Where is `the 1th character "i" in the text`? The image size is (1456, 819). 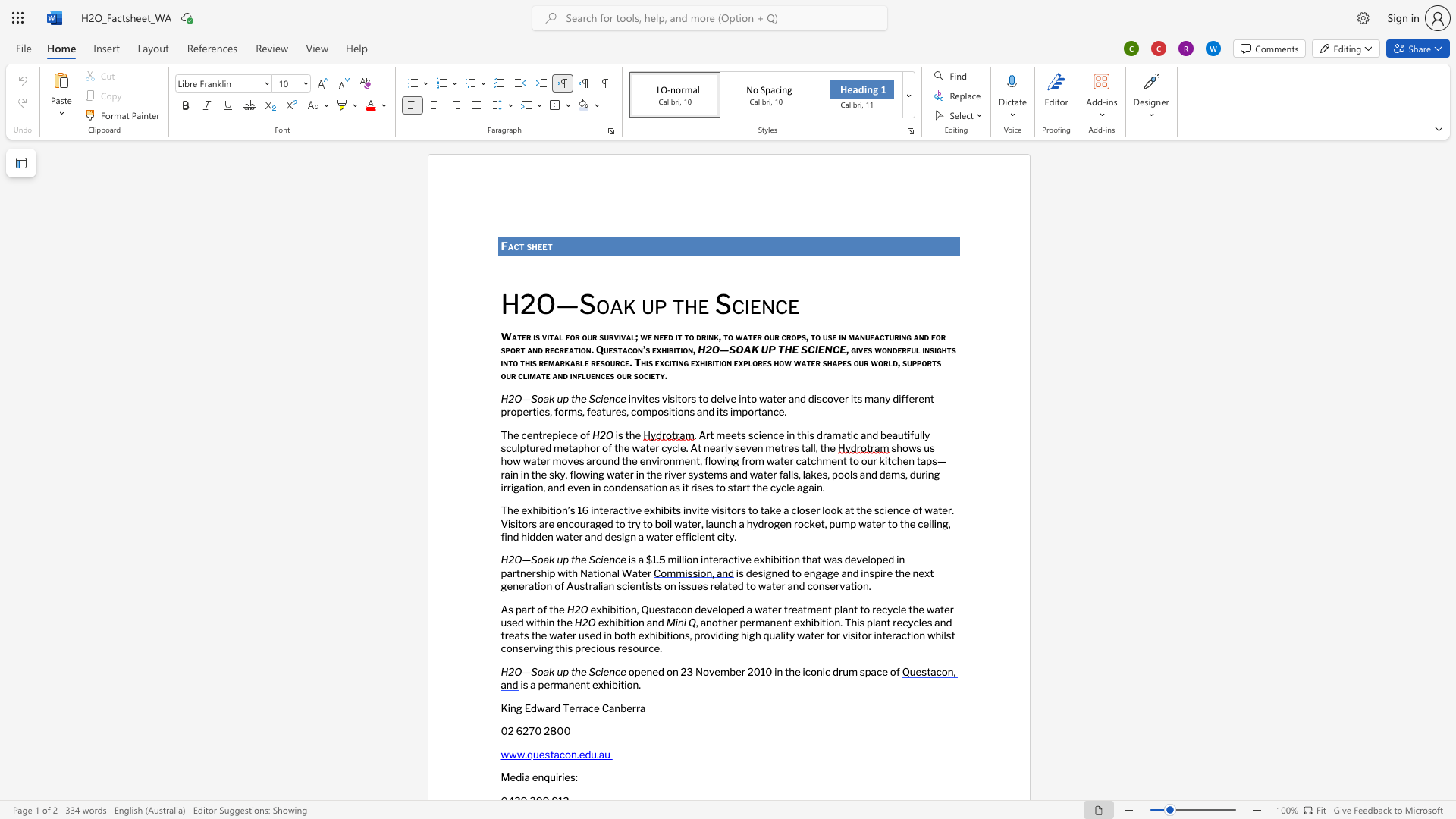
the 1th character "i" in the text is located at coordinates (601, 670).